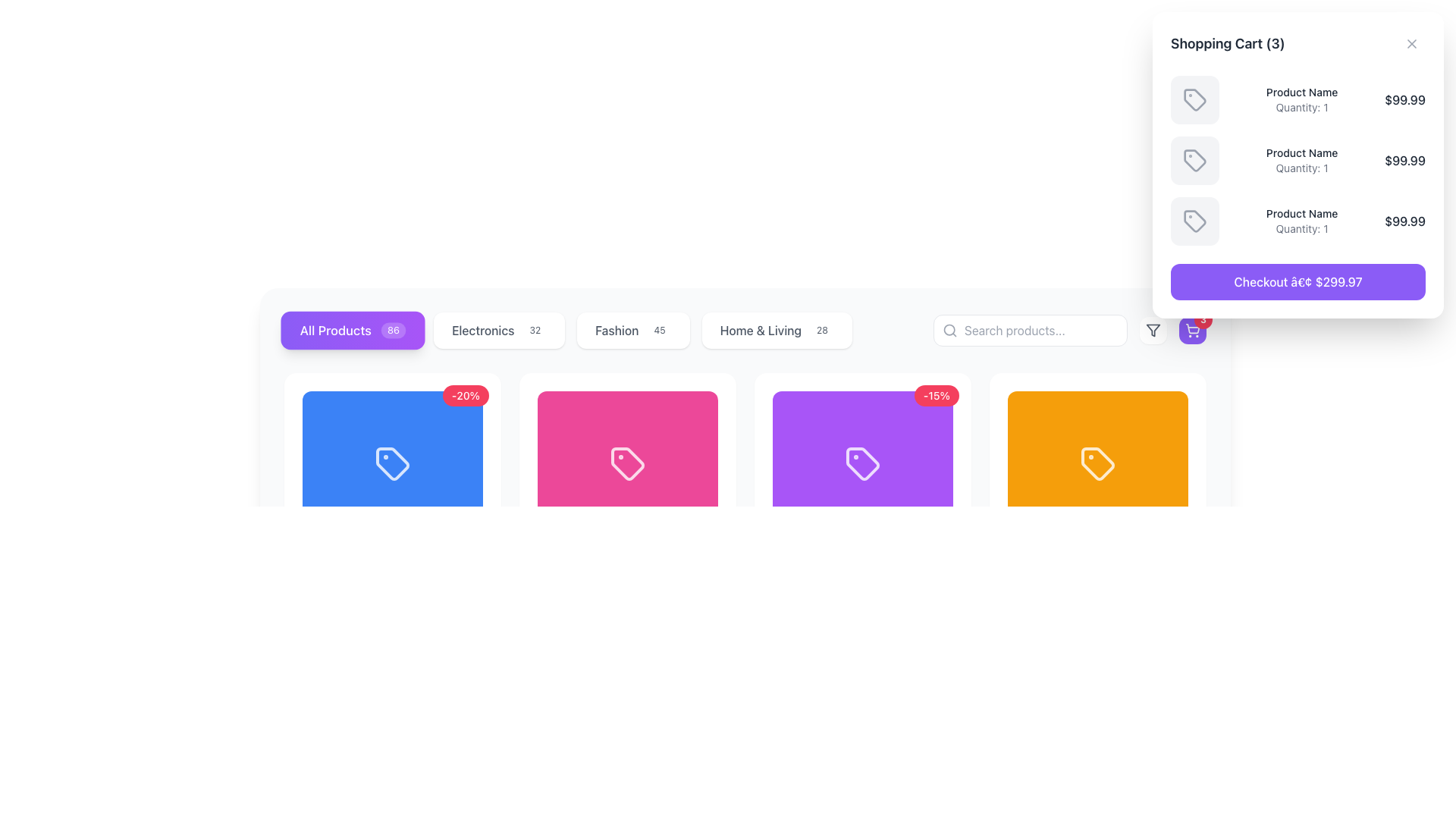 Image resolution: width=1456 pixels, height=819 pixels. Describe the element at coordinates (821, 329) in the screenshot. I see `Label displaying the number '28' in black text with a white background and semi-transparent overlay, located to the right of the 'Home & Living' button` at that location.